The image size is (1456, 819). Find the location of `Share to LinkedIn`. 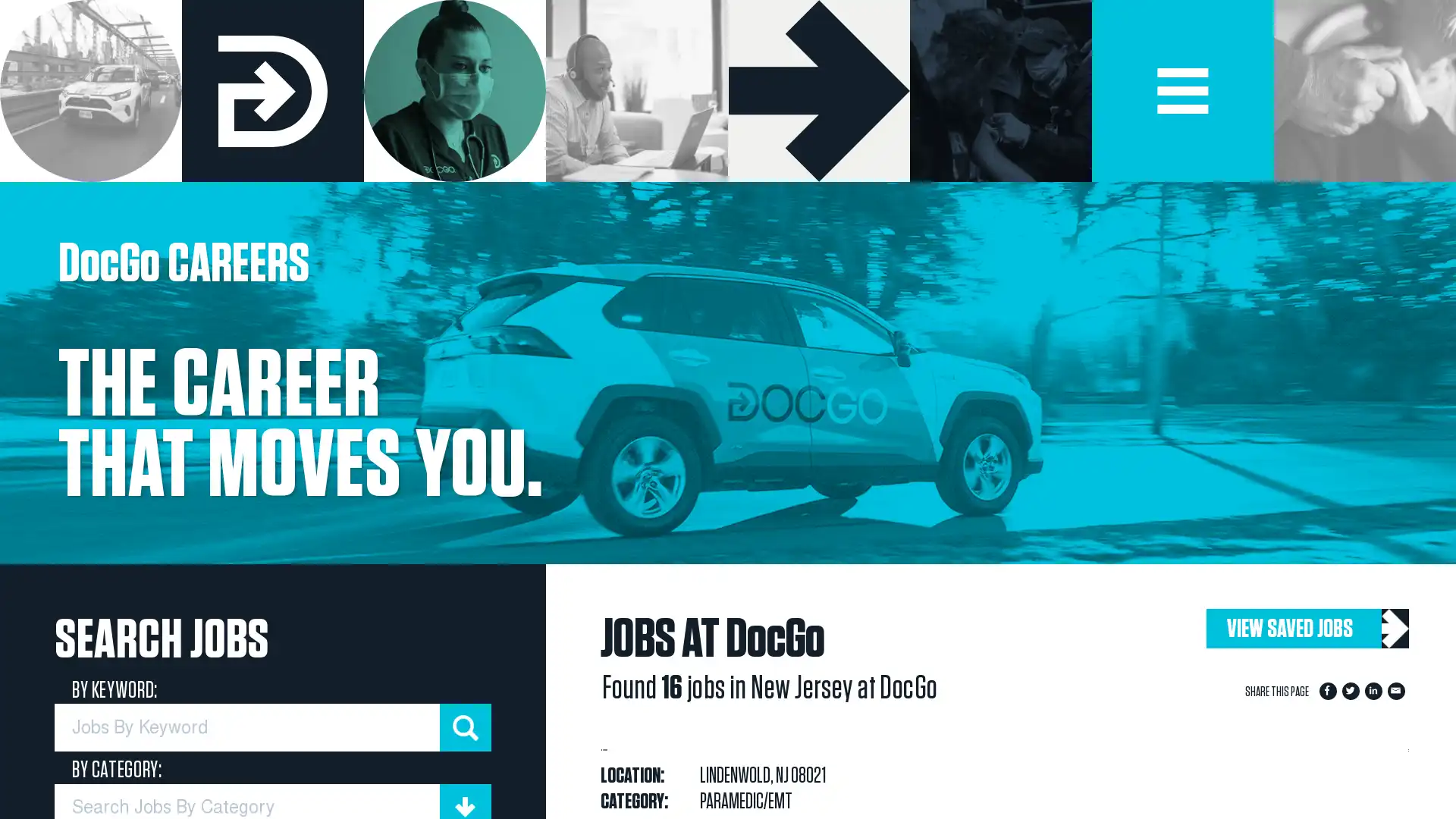

Share to LinkedIn is located at coordinates (1377, 690).